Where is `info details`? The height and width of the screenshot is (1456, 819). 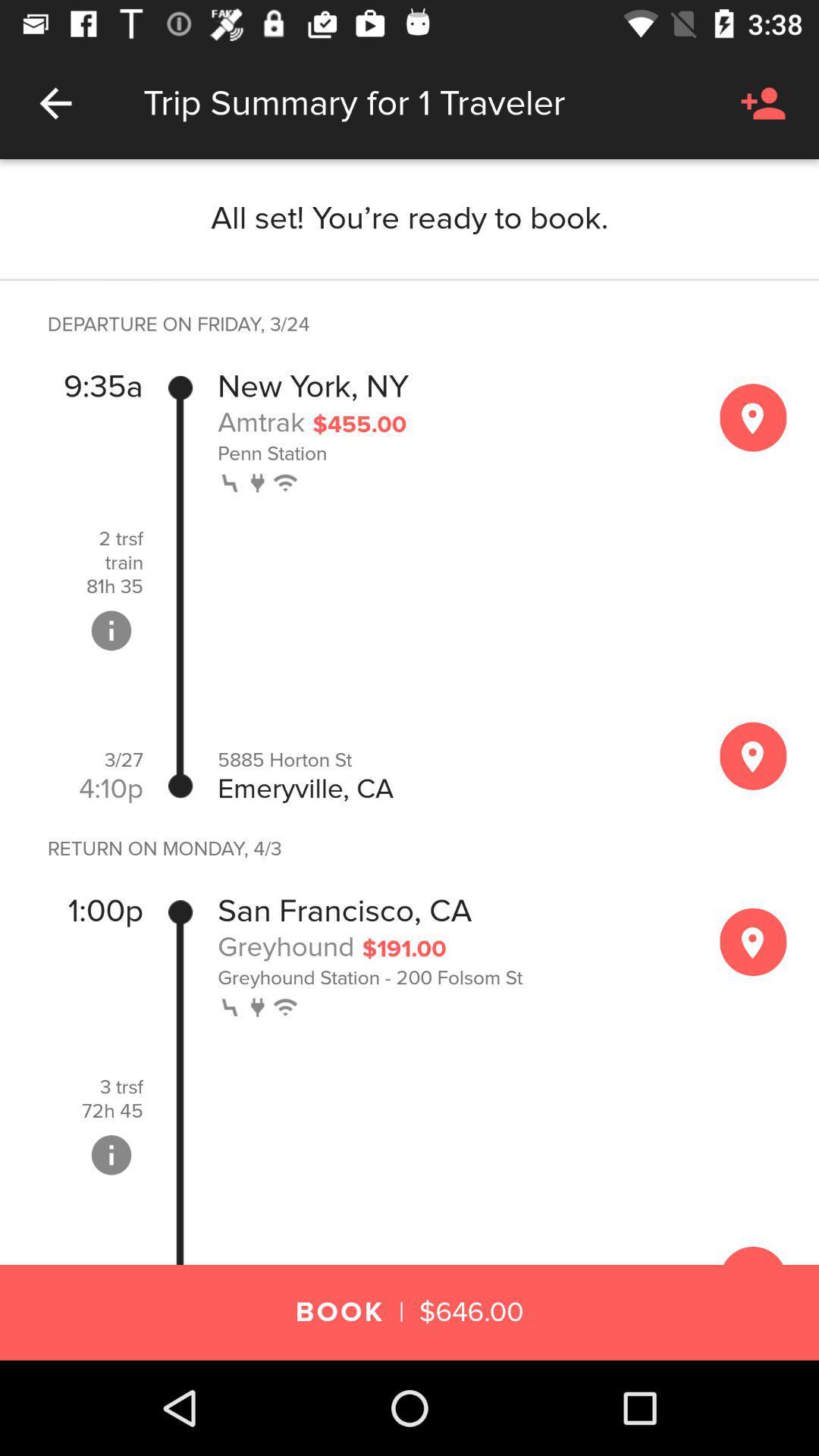
info details is located at coordinates (110, 1154).